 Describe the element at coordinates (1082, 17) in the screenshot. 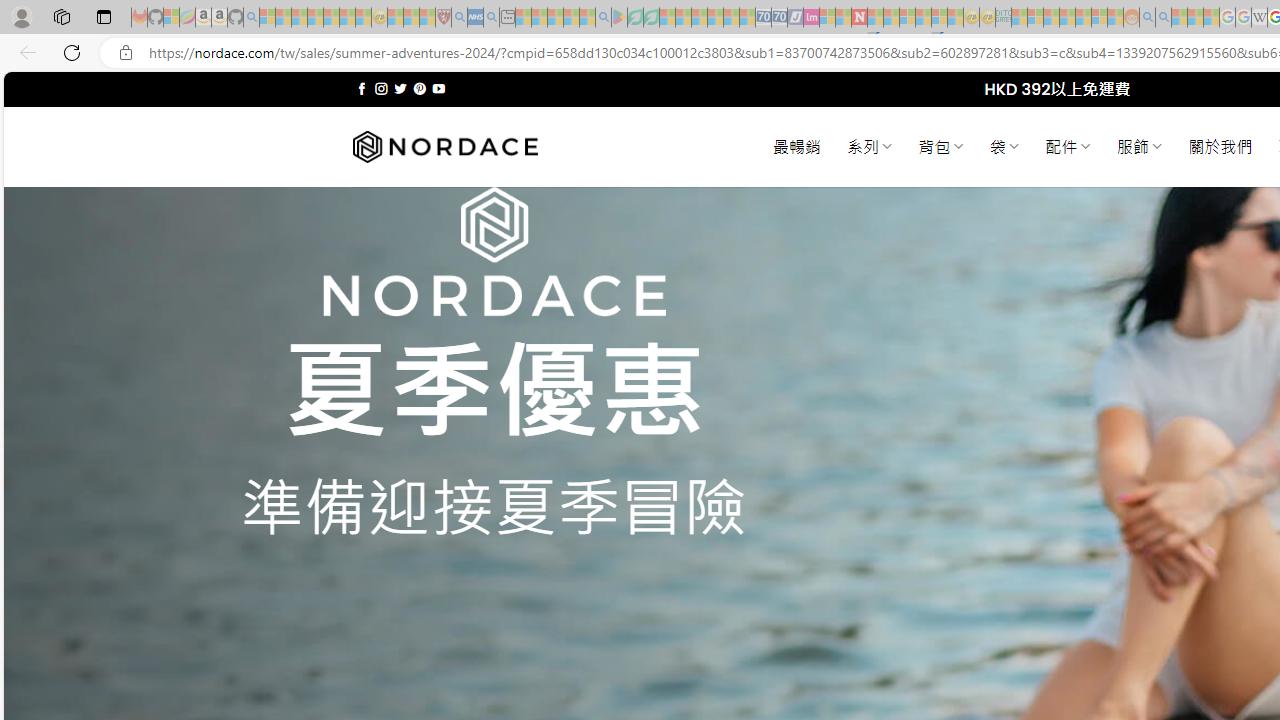

I see `'Kinda Frugal - MSN - Sleeping'` at that location.